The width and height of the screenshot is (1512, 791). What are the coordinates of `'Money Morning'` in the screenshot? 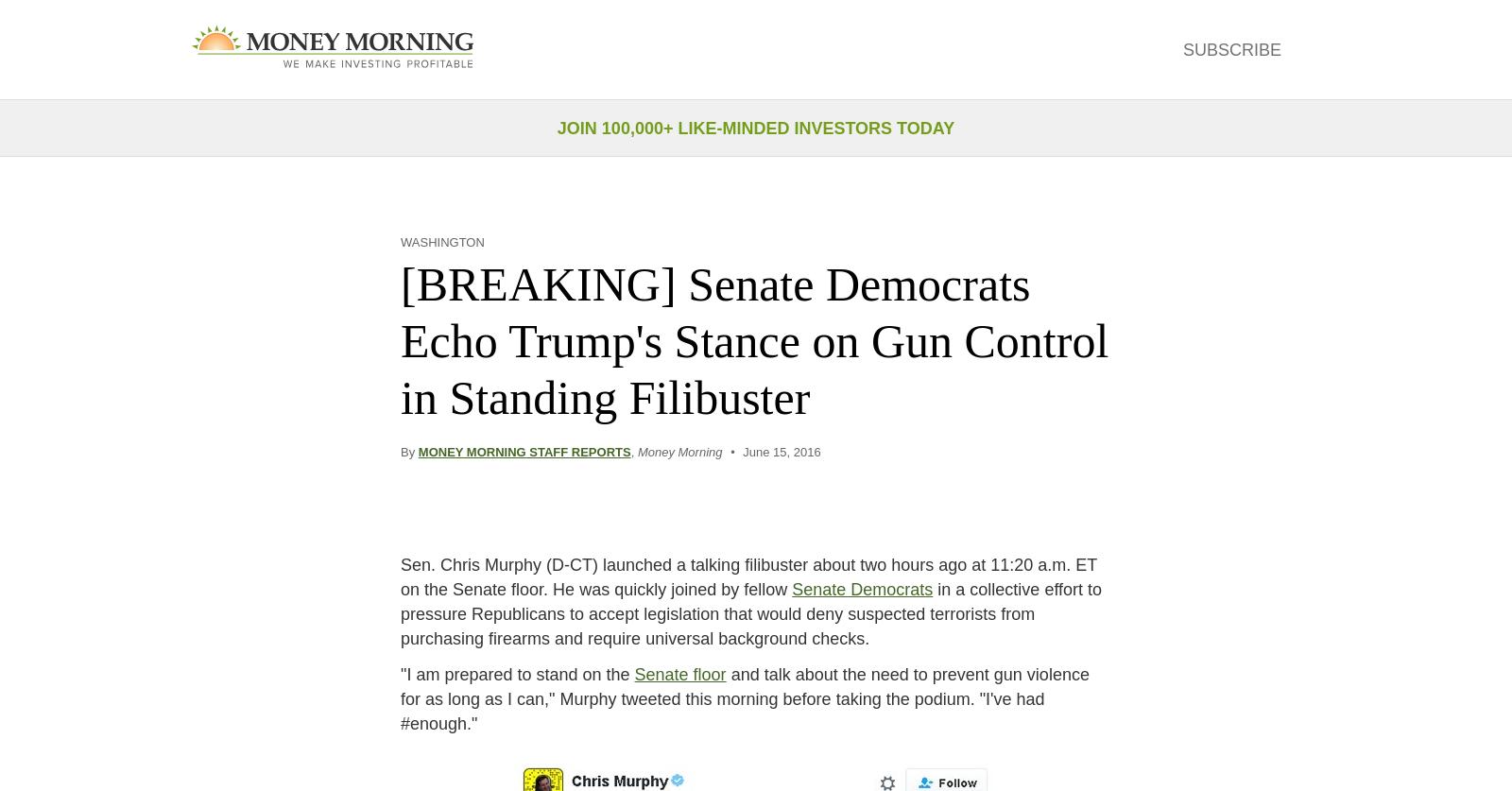 It's located at (679, 451).